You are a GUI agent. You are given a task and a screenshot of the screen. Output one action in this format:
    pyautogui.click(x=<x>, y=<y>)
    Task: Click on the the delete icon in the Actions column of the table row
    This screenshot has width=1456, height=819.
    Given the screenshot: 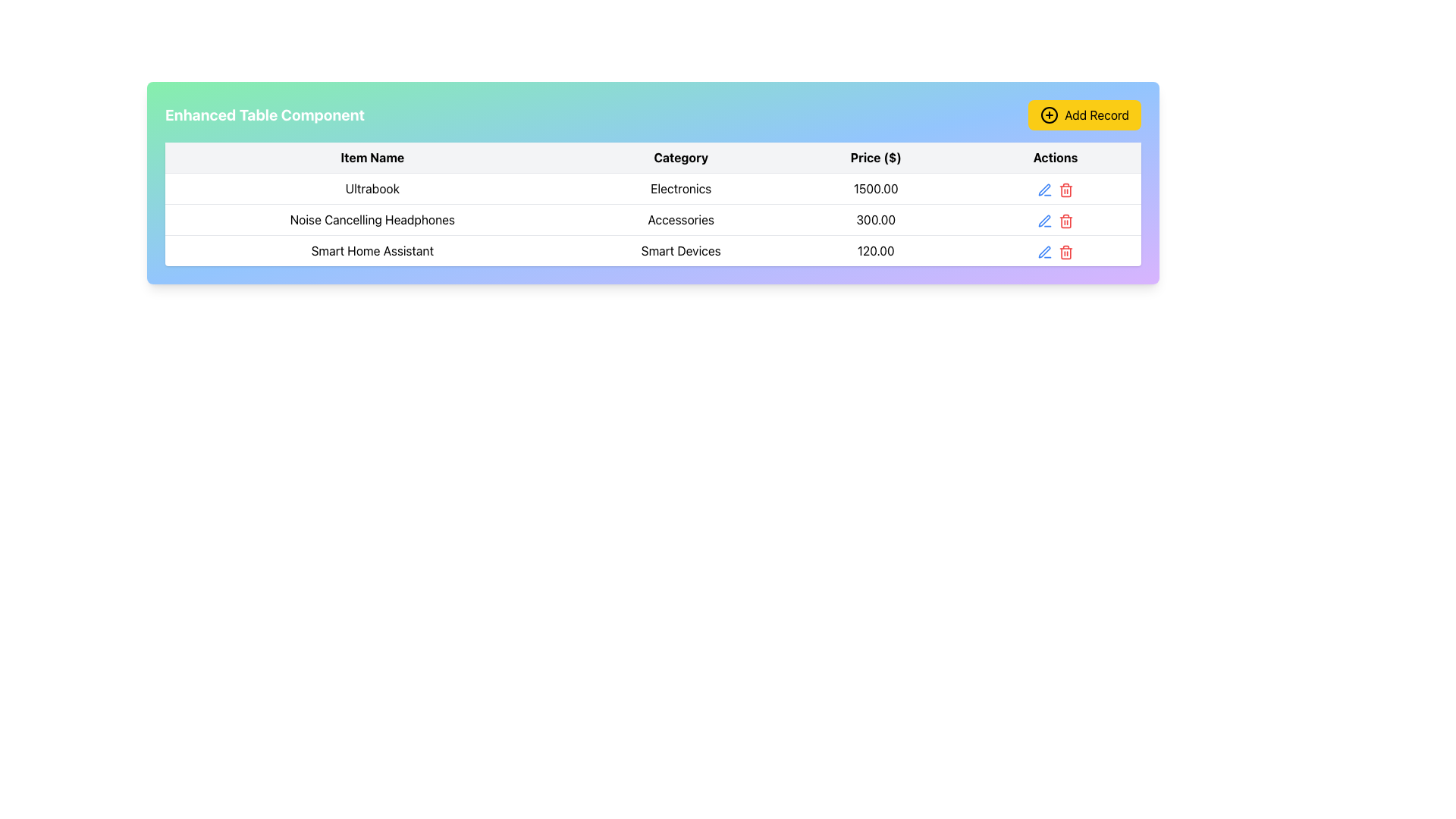 What is the action you would take?
    pyautogui.click(x=1054, y=188)
    